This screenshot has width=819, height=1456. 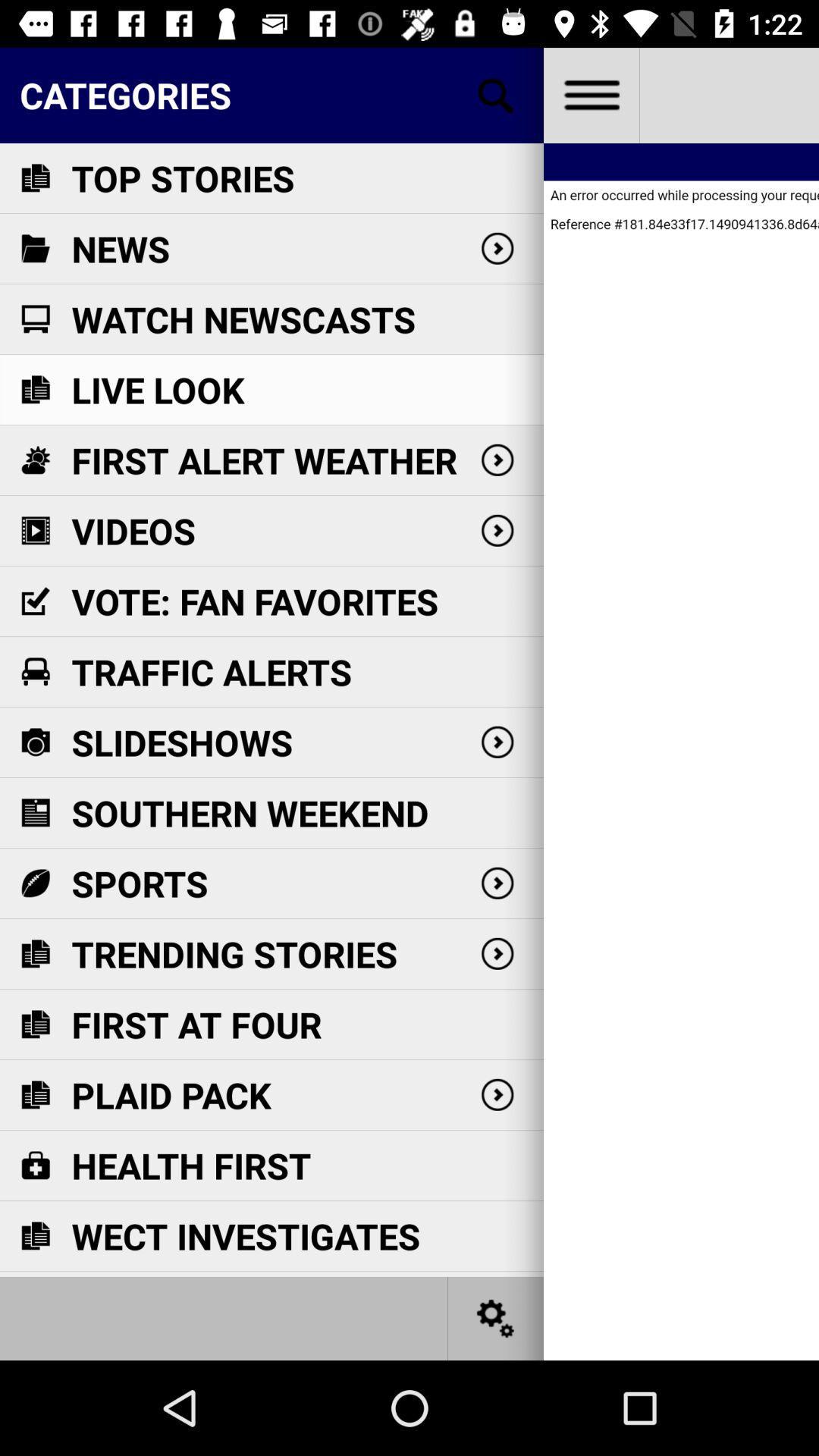 What do you see at coordinates (590, 94) in the screenshot?
I see `the menu icon` at bounding box center [590, 94].